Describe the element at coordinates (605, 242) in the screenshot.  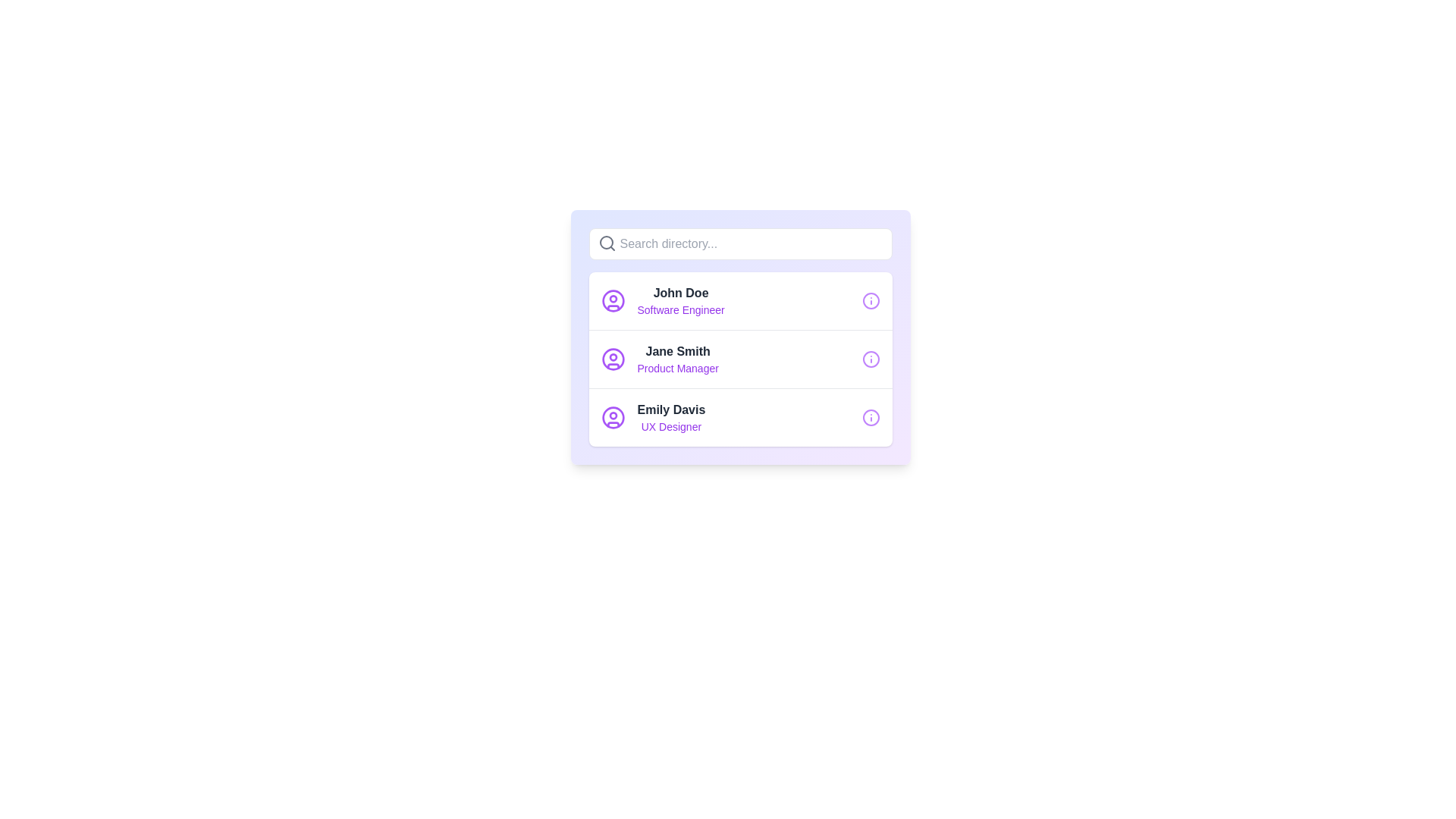
I see `the circular graphical element that is part of the composite search icon, located at the top-left corner of the search interface inside the search box` at that location.